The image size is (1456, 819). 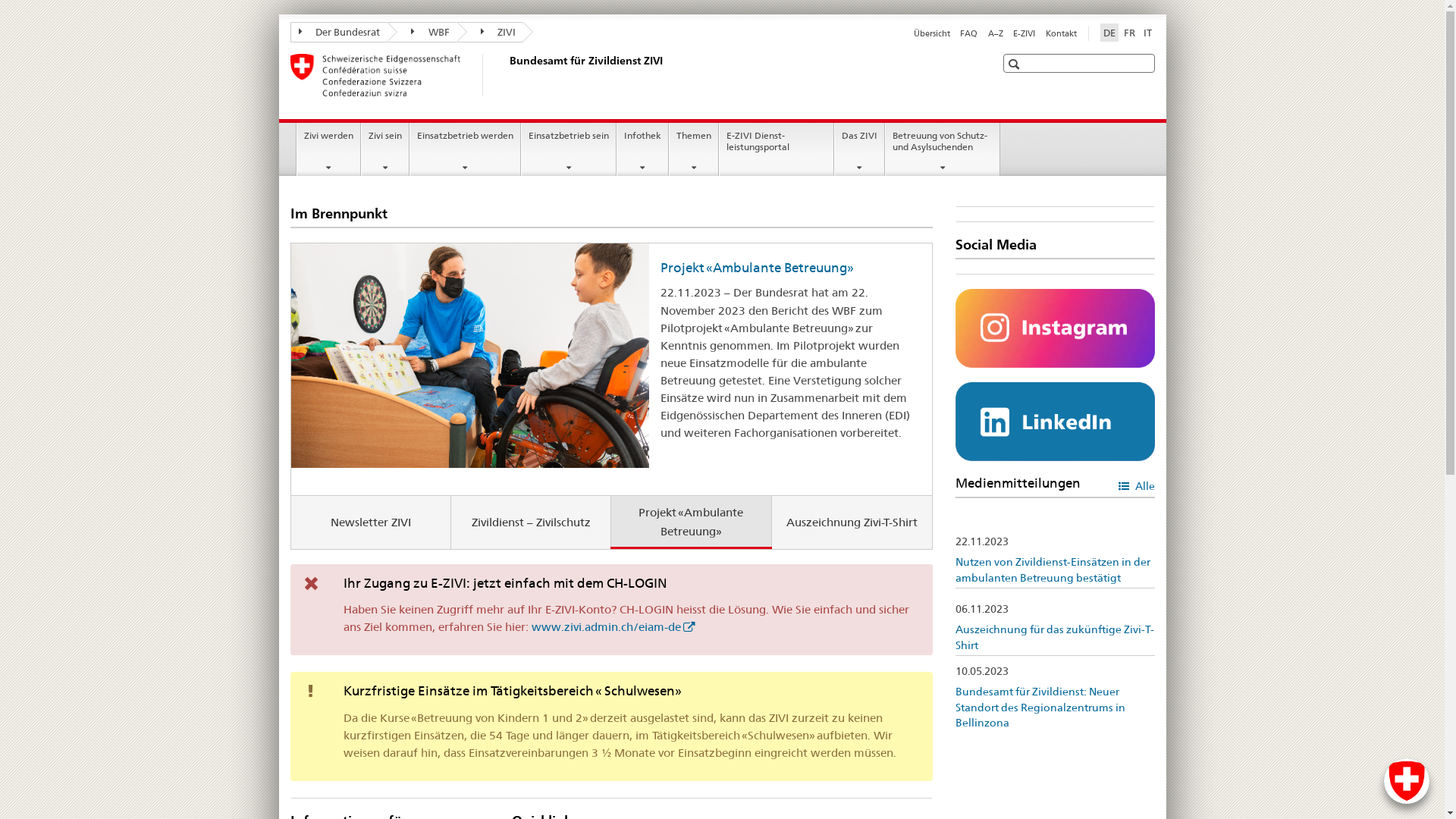 What do you see at coordinates (833, 149) in the screenshot?
I see `'Das ZIVI'` at bounding box center [833, 149].